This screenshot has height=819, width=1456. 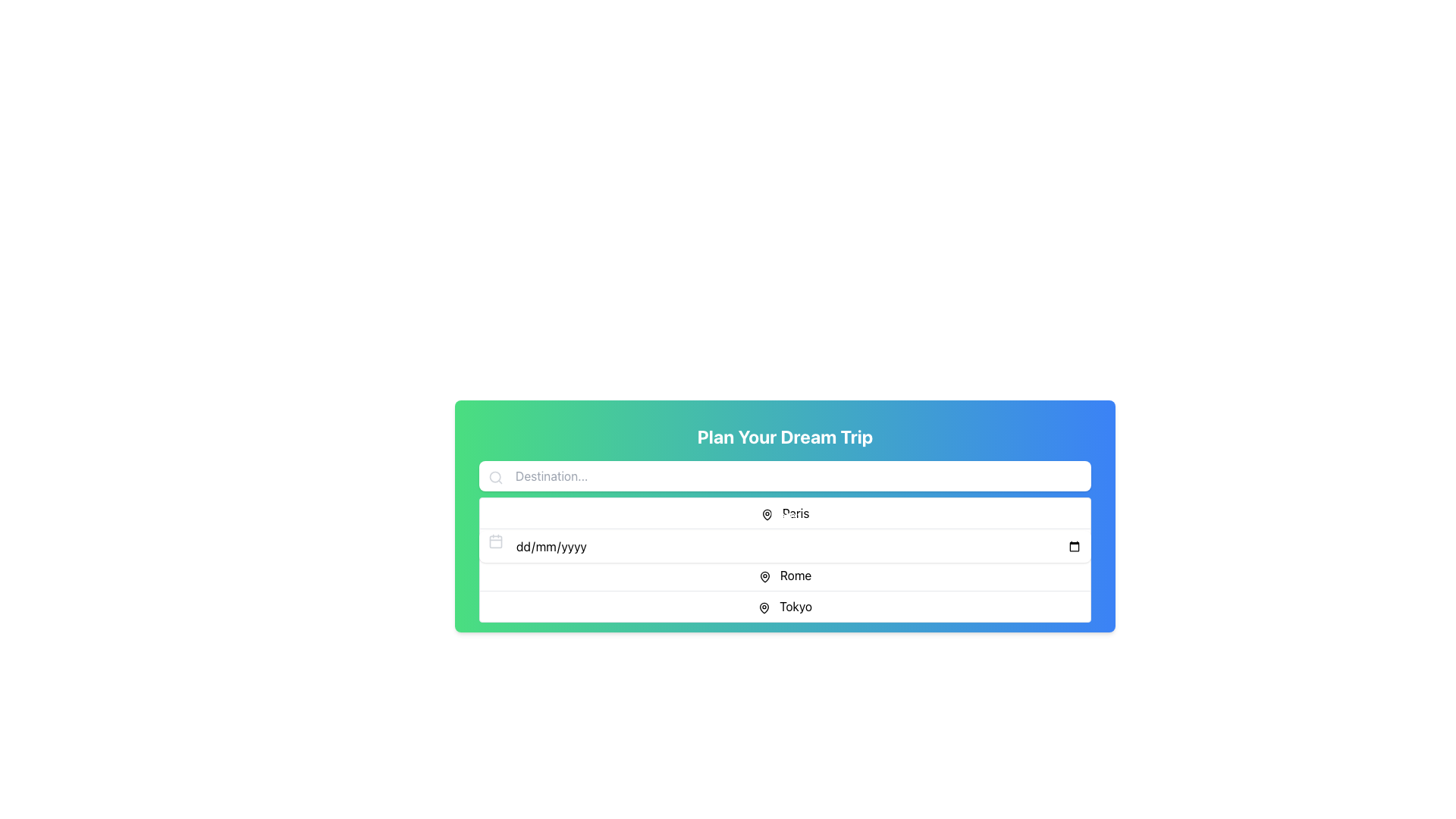 What do you see at coordinates (785, 575) in the screenshot?
I see `the selectable list option displaying 'Rome', which is styled with padding and has a location pin icon to its left` at bounding box center [785, 575].